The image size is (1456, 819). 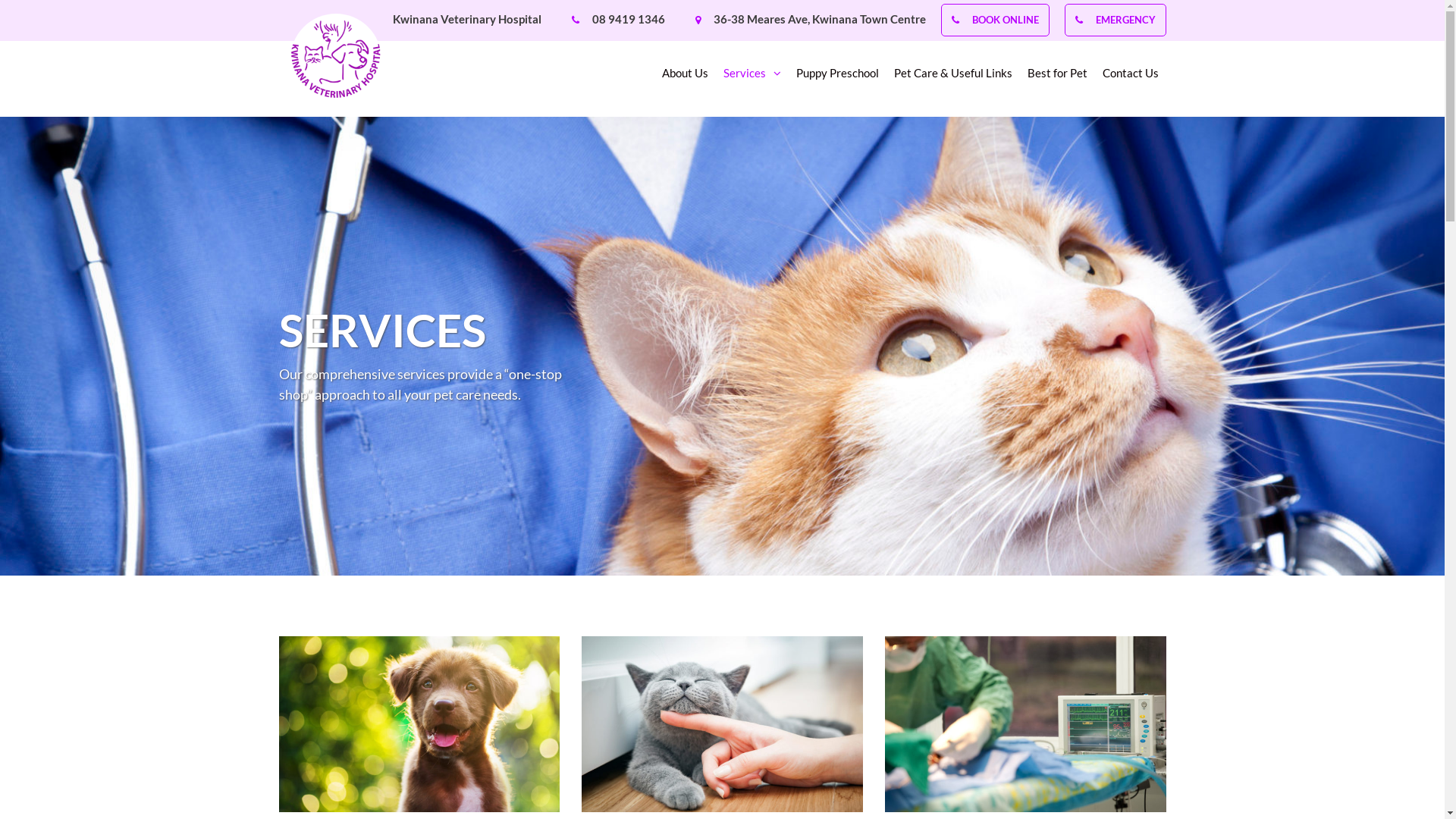 What do you see at coordinates (818, 18) in the screenshot?
I see `'36-38 Meares Ave, Kwinana Town Centre'` at bounding box center [818, 18].